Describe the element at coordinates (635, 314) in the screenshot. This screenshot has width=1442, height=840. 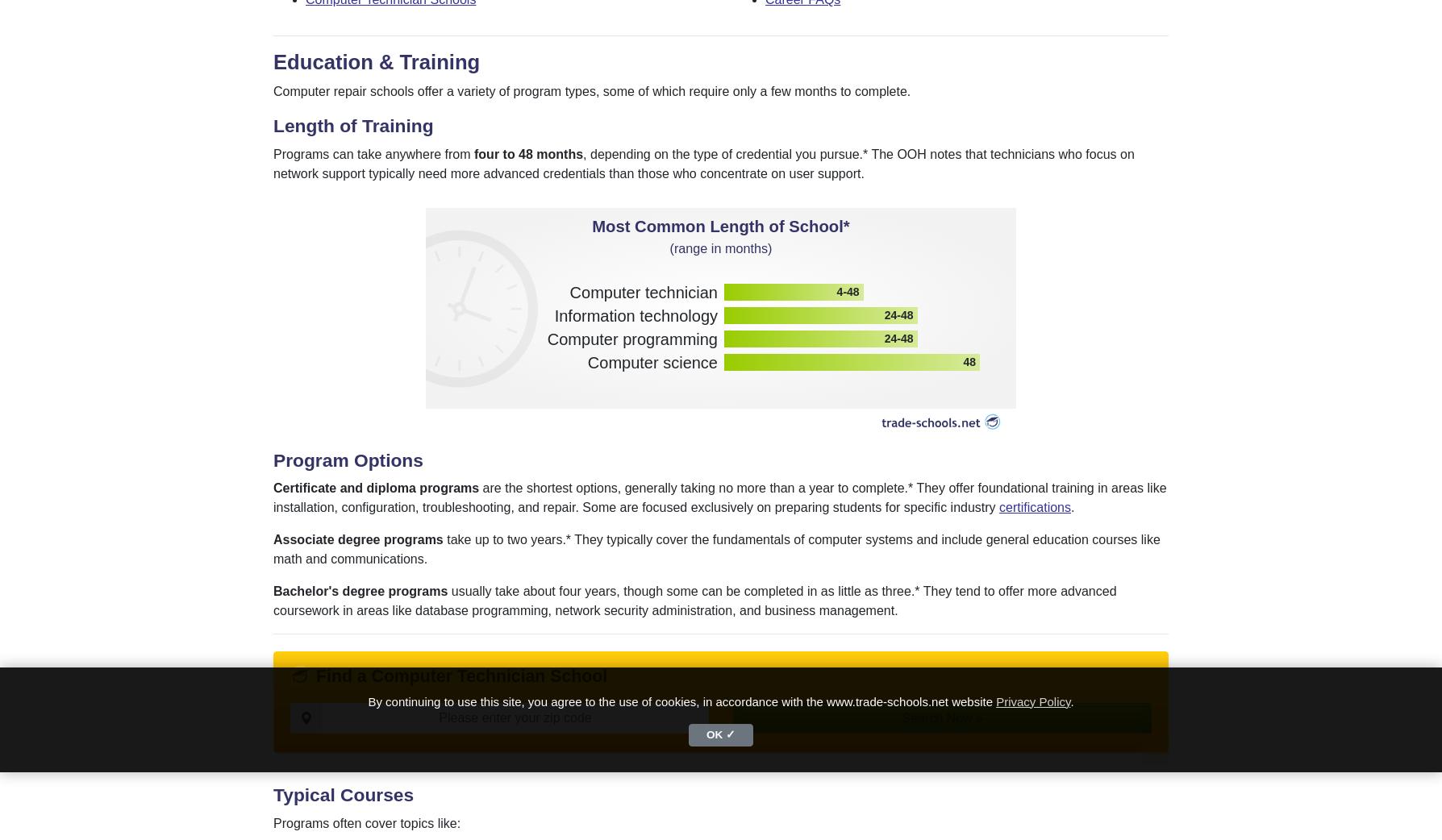
I see `'Information technology'` at that location.